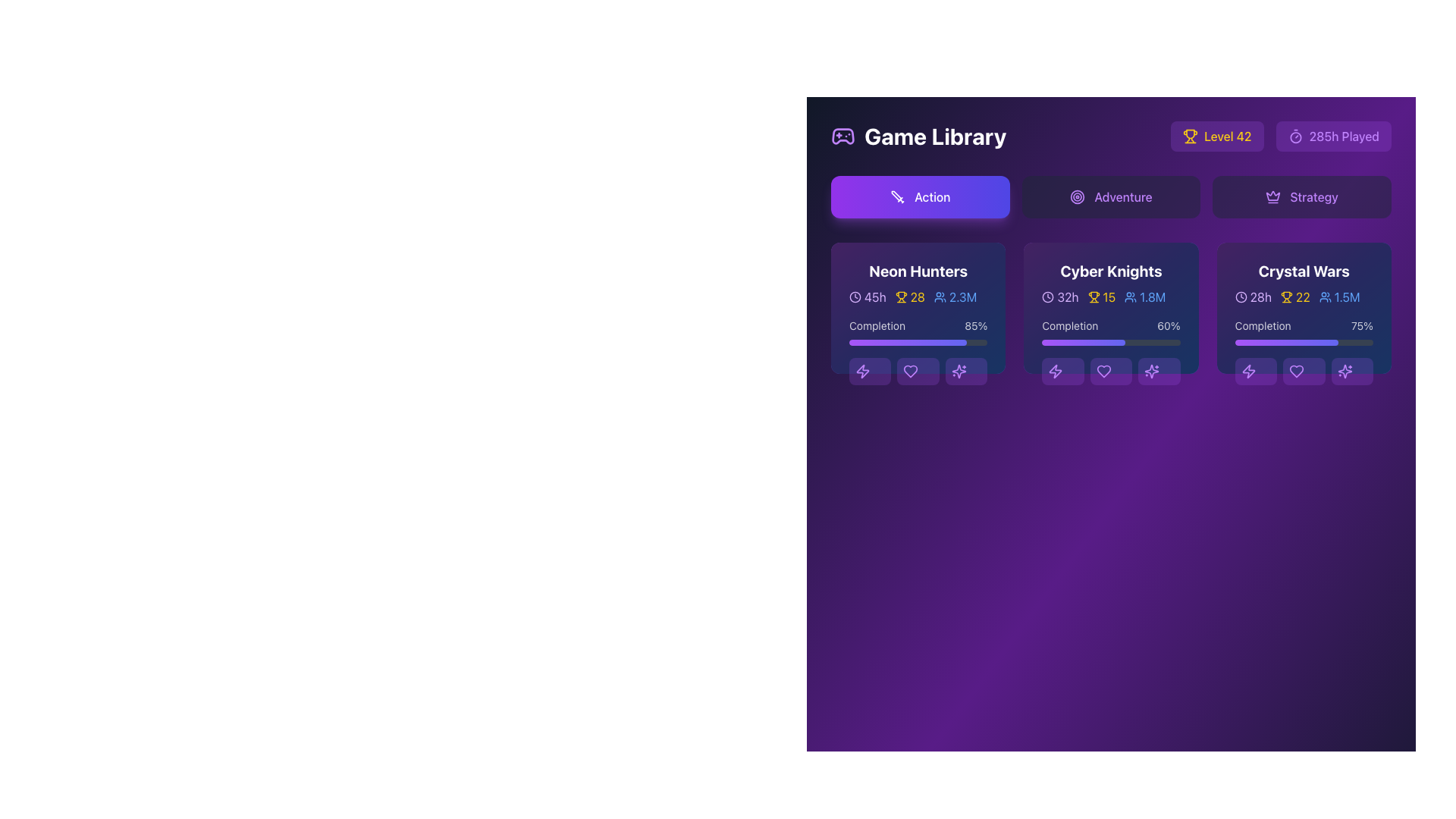 The height and width of the screenshot is (819, 1456). Describe the element at coordinates (910, 297) in the screenshot. I see `the trophy icon with adjacent text indicating the number of achievements for the game 'Neon Hunters', which is centrally positioned in the information row of the game card` at that location.